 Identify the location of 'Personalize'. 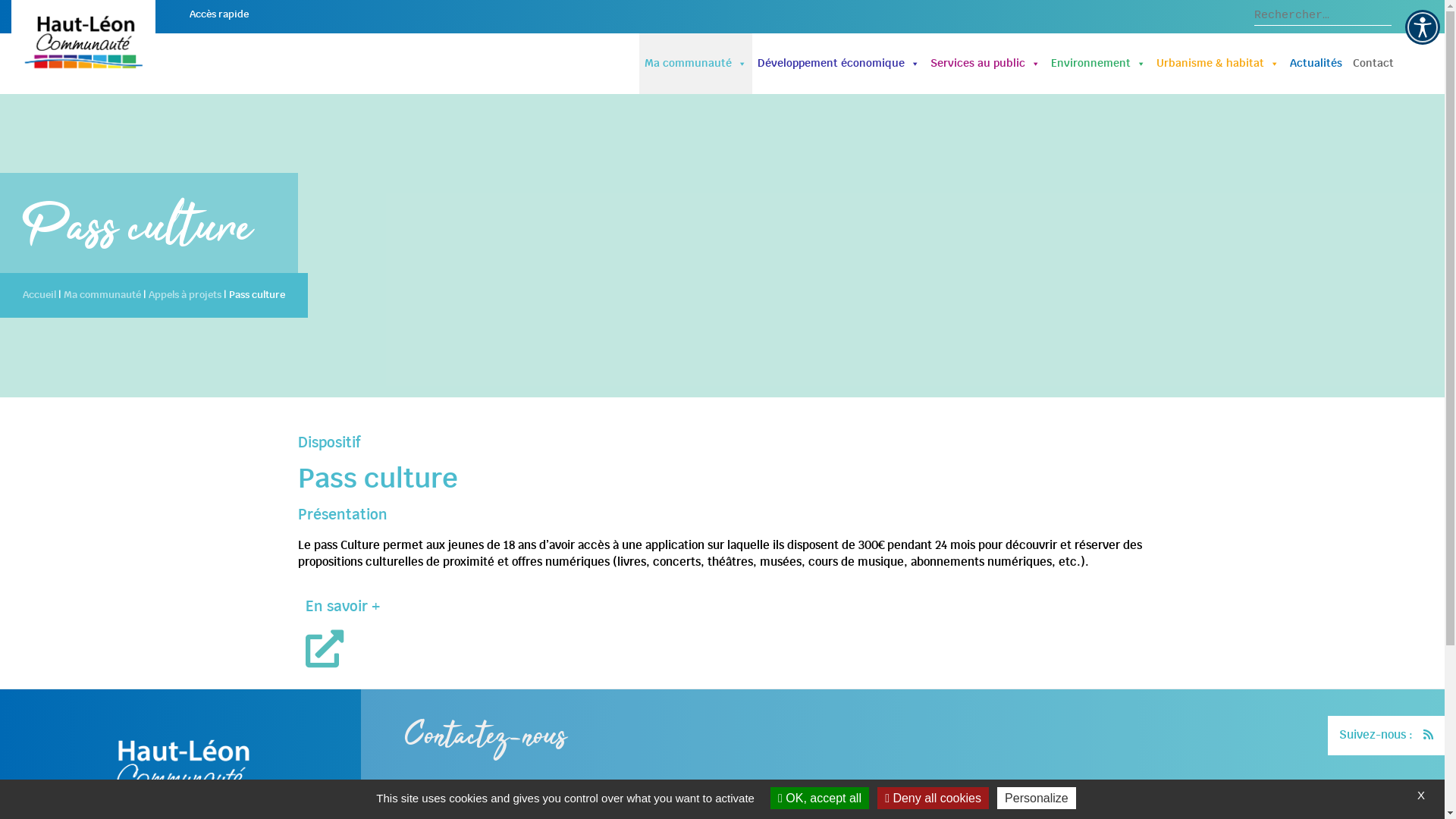
(1036, 797).